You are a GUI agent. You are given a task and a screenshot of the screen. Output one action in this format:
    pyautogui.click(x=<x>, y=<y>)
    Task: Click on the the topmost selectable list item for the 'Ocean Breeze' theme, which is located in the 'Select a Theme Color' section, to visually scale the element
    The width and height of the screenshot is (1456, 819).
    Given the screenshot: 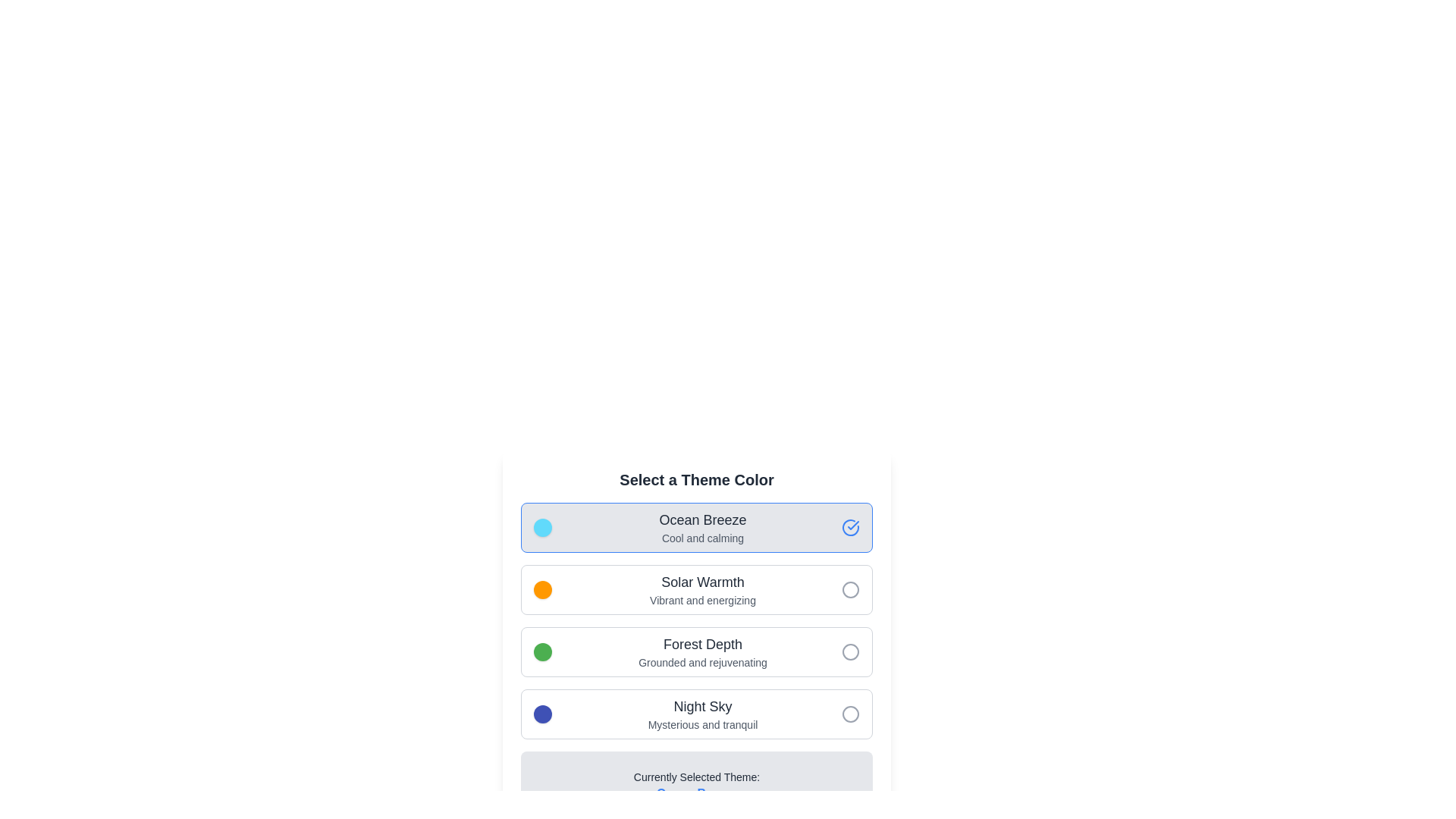 What is the action you would take?
    pyautogui.click(x=695, y=526)
    